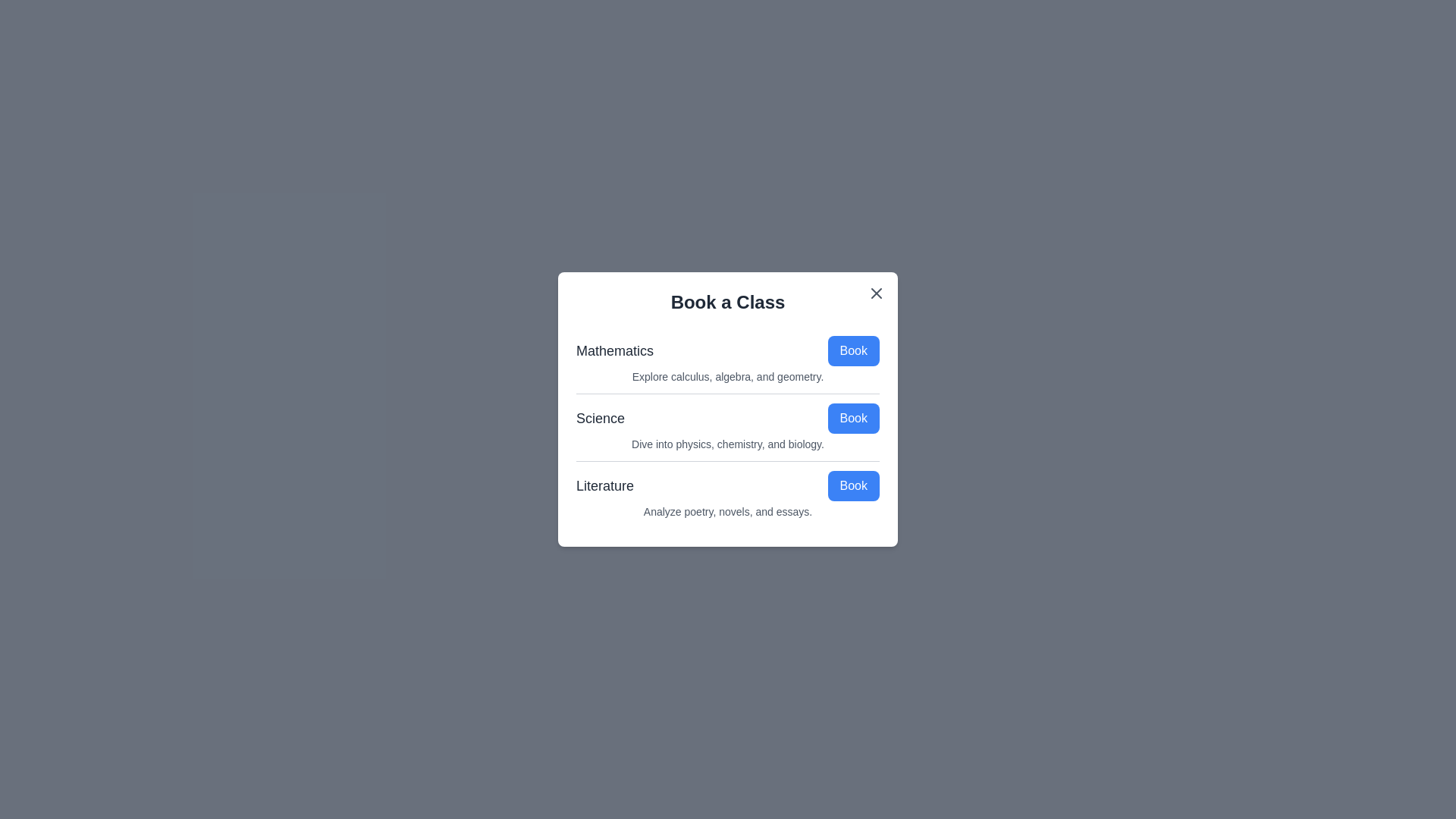 This screenshot has width=1456, height=819. I want to click on the description of Mathematics to examine it, so click(728, 376).